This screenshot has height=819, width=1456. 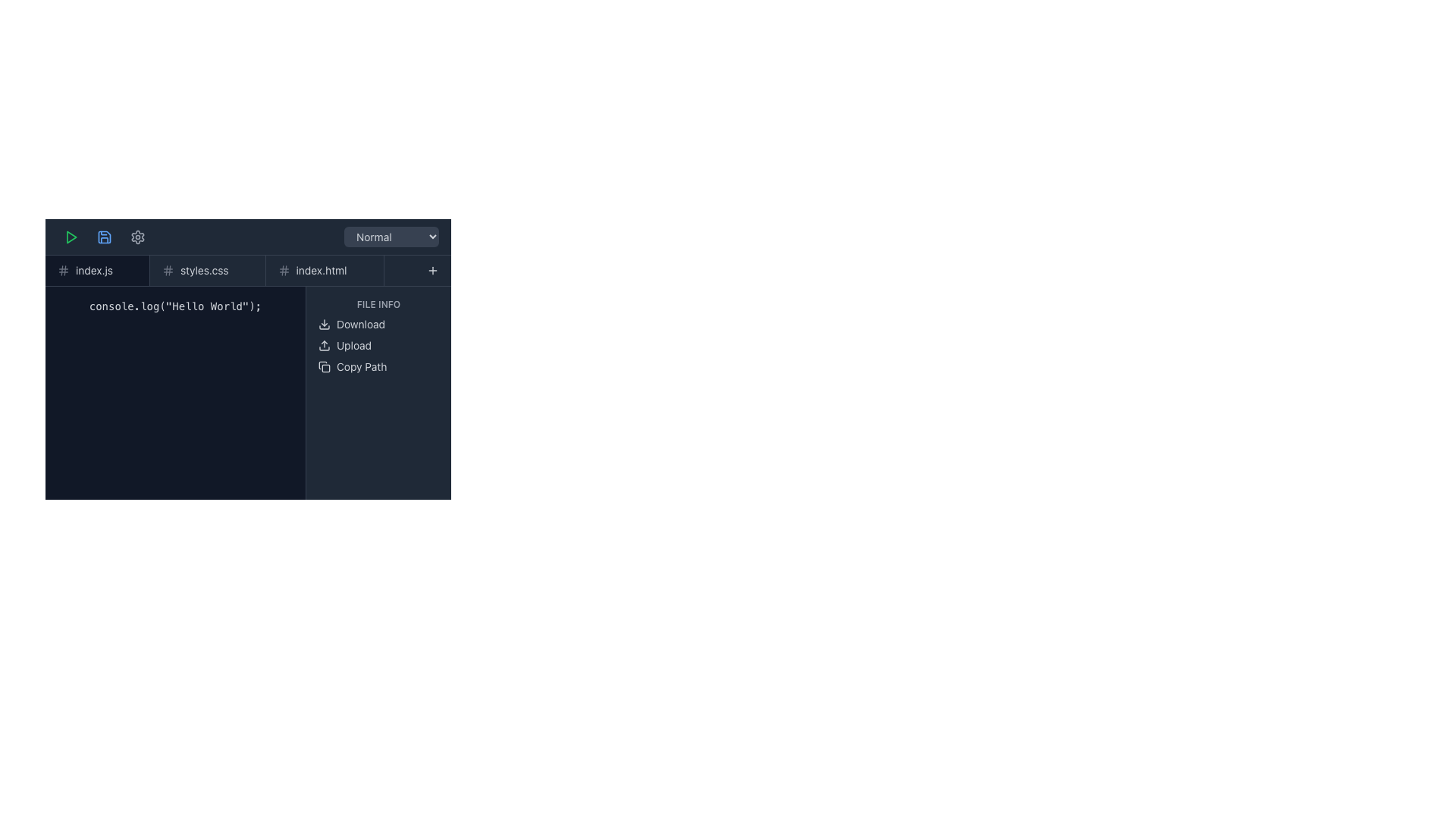 What do you see at coordinates (138, 237) in the screenshot?
I see `the settings icon button, which is the third item in the horizontal navbar, located between the save icon and the 'Normal' dropdown menu` at bounding box center [138, 237].